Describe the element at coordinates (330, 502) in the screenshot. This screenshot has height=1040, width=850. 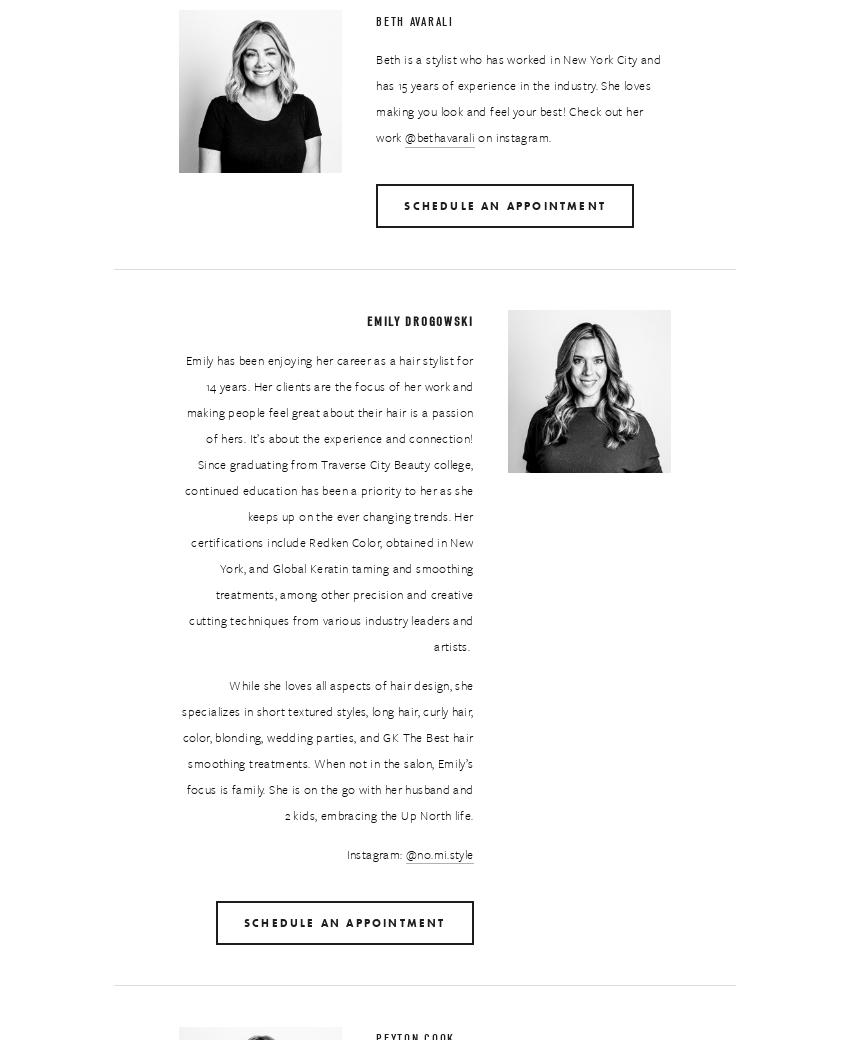
I see `'Emily has been enjoying her career as a hair stylist for 14 years. Her clients are the focus of her work and making people feel great about their hair is a passion of hers. It’s about the experience and connection! Since graduating from Traverse City Beauty college, continued education has been a priority to her as she keeps up on the ever changing trends. Her certifications include Redken Color, obtained in New York, and Global Keratin taming and smoothing treatments, among other precision and creative cutting techniques from various industry leaders and artists.'` at that location.